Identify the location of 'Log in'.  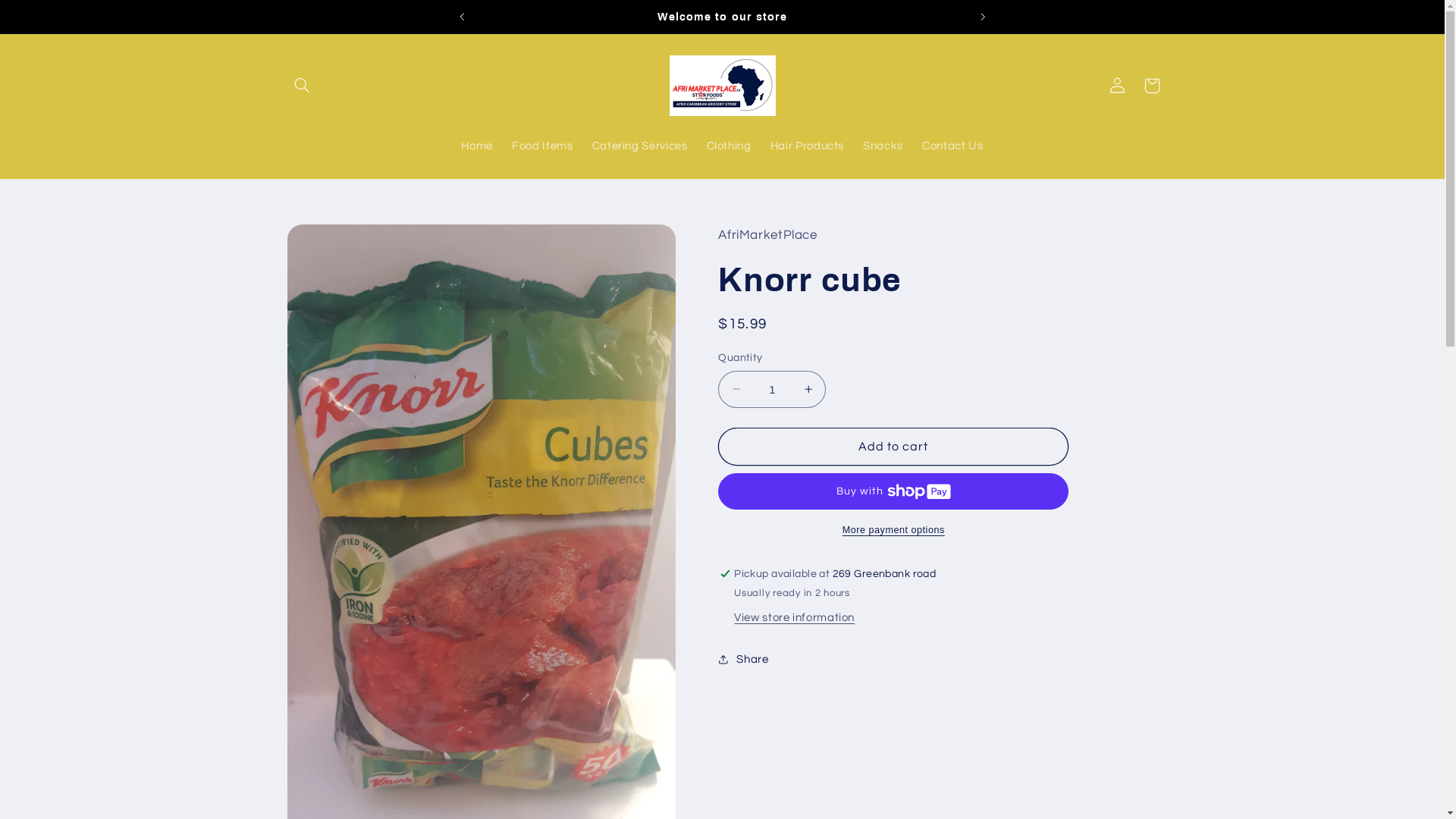
(1117, 85).